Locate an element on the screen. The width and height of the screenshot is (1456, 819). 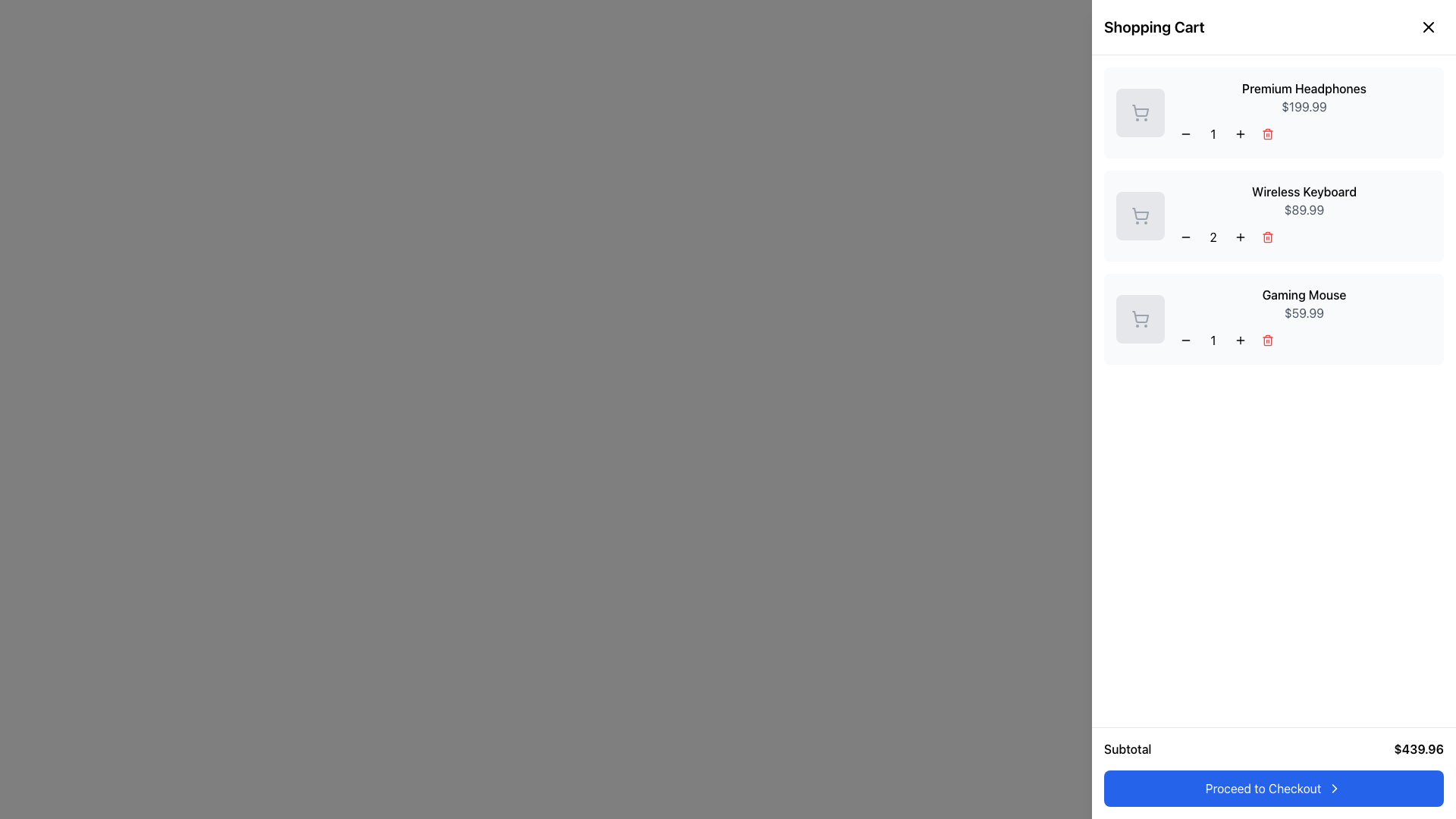
the button that increases the quantity of the Gaming Mouse item in the shopping cart, located in the third item row between the '-' button and the trash icon is located at coordinates (1241, 339).